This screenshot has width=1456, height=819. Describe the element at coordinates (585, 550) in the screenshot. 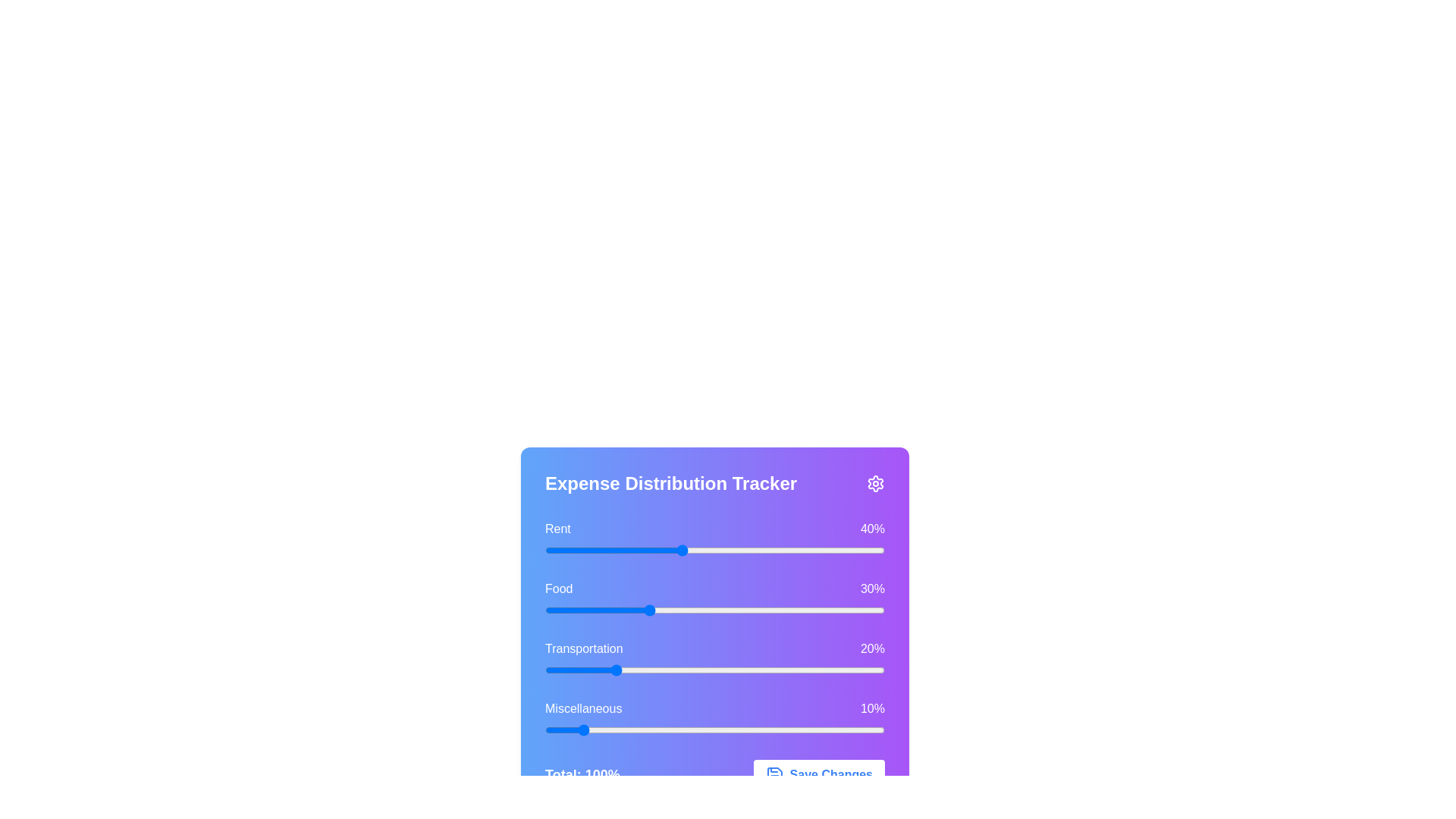

I see `the Rent slider` at that location.